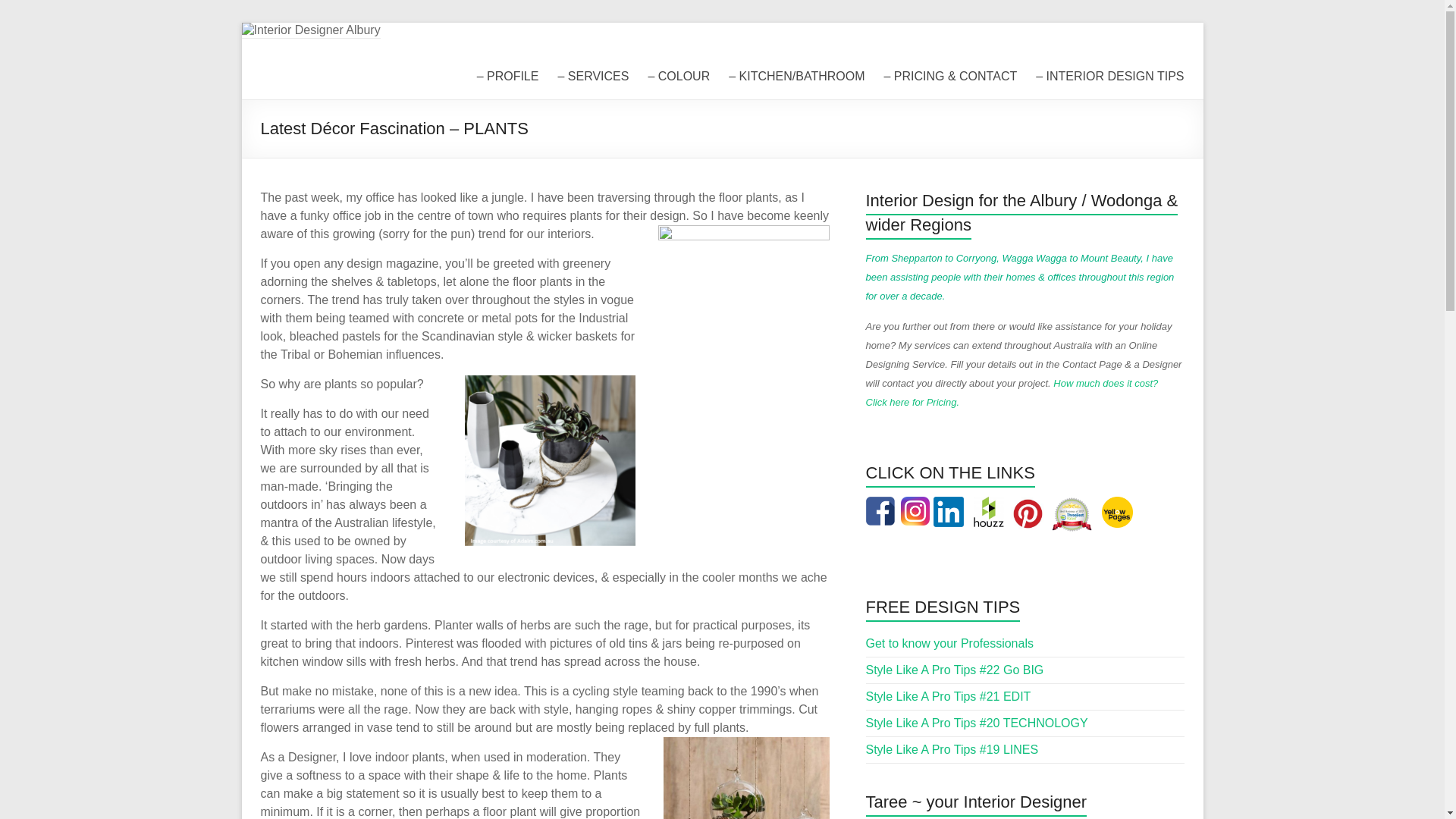 Image resolution: width=1456 pixels, height=819 pixels. Describe the element at coordinates (866, 669) in the screenshot. I see `'Style Like A Pro Tips #22 Go BIG'` at that location.